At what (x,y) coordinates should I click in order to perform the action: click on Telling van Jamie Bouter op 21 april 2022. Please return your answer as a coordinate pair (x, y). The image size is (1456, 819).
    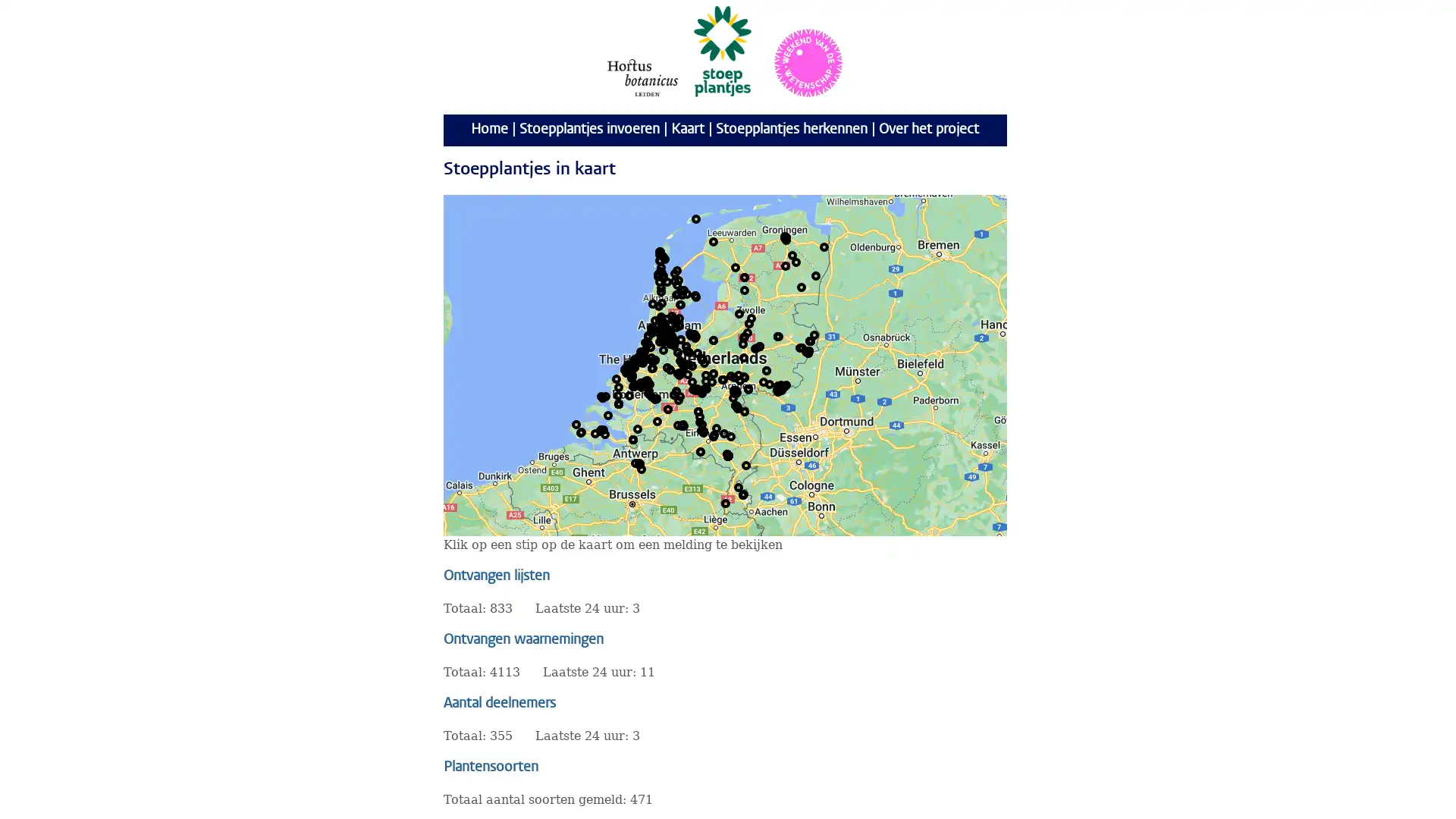
    Looking at the image, I should click on (669, 333).